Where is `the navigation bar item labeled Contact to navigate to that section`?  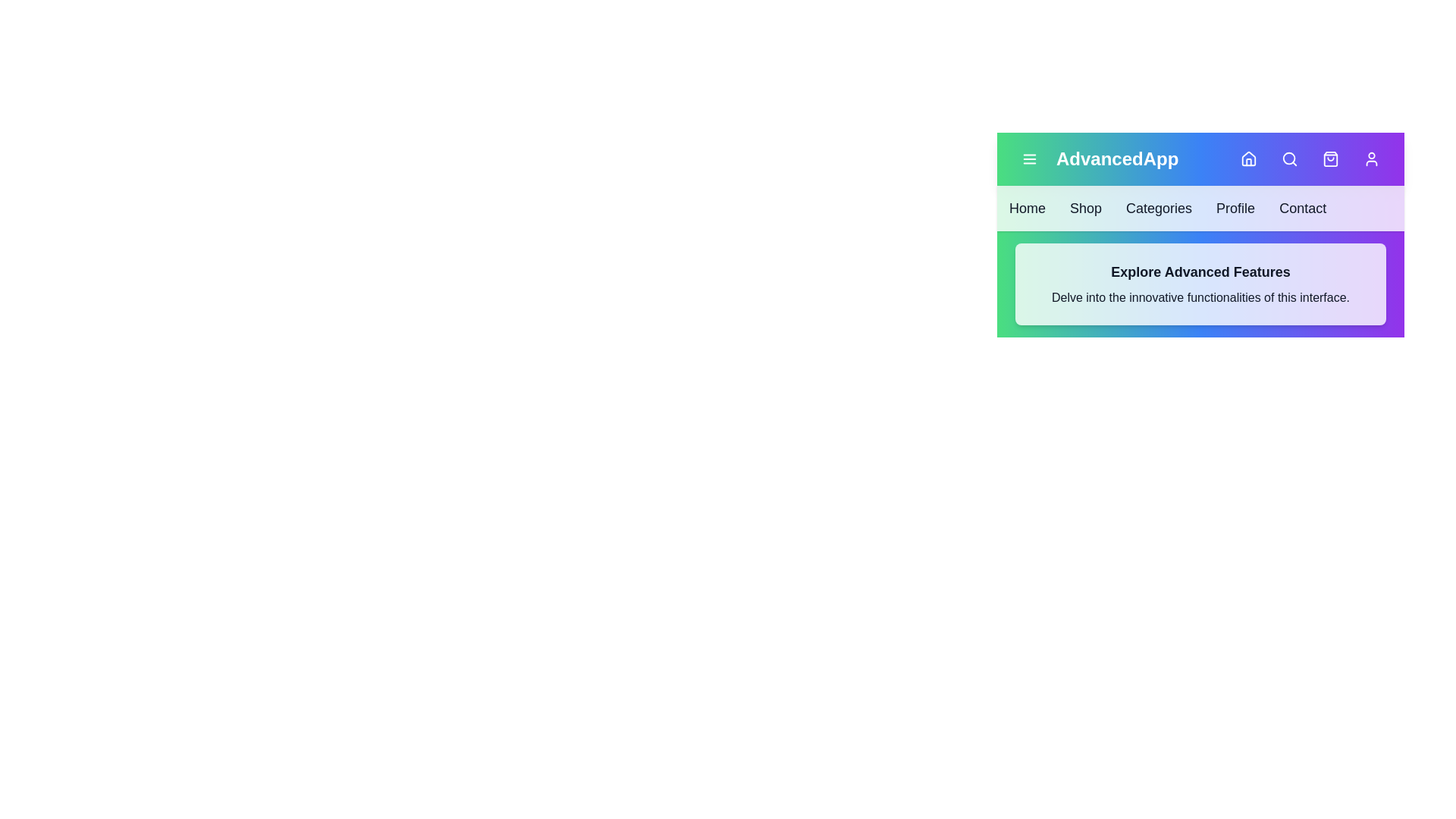
the navigation bar item labeled Contact to navigate to that section is located at coordinates (1302, 208).